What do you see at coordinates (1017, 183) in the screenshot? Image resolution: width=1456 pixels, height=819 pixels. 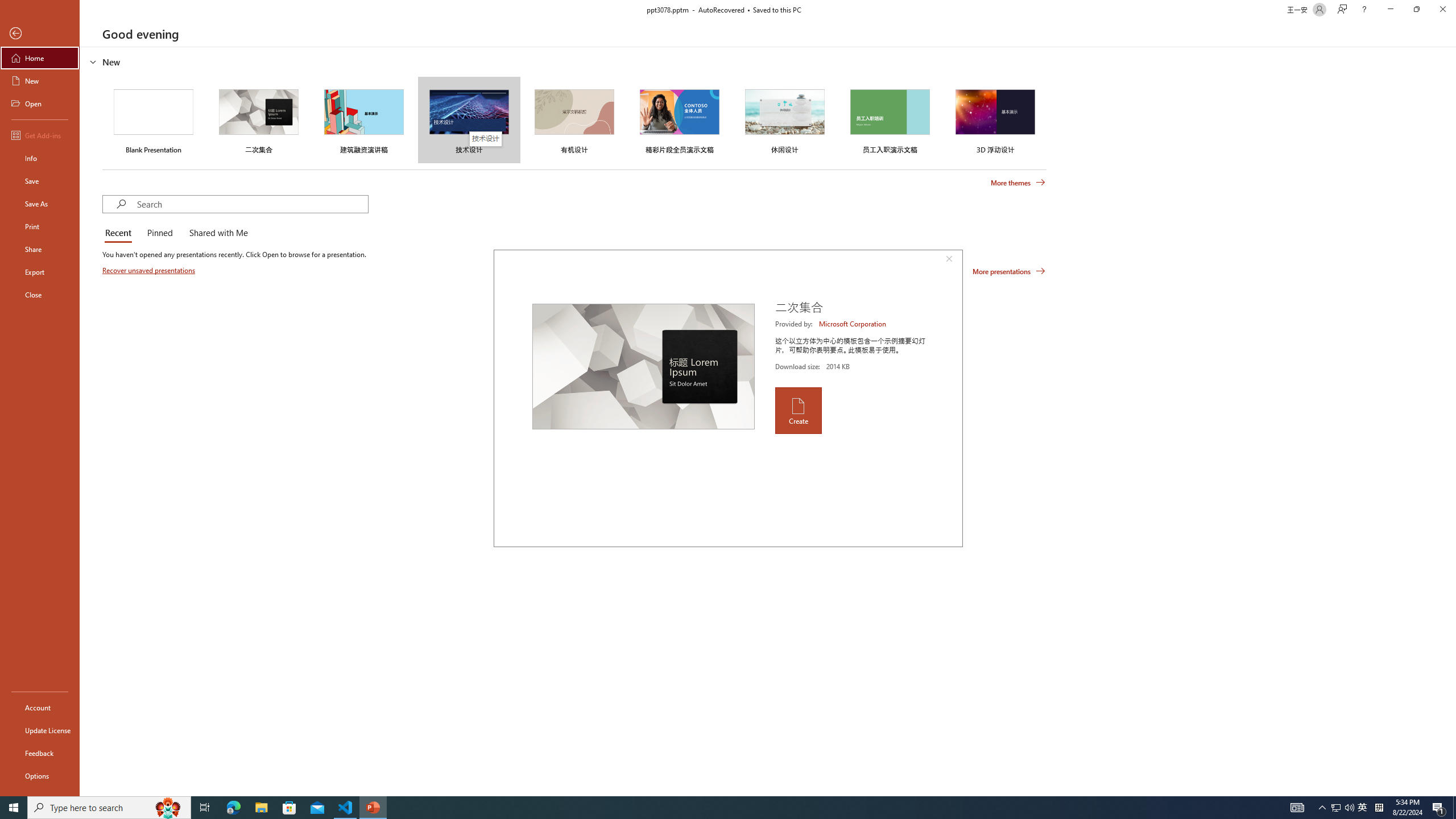 I see `'More themes'` at bounding box center [1017, 183].